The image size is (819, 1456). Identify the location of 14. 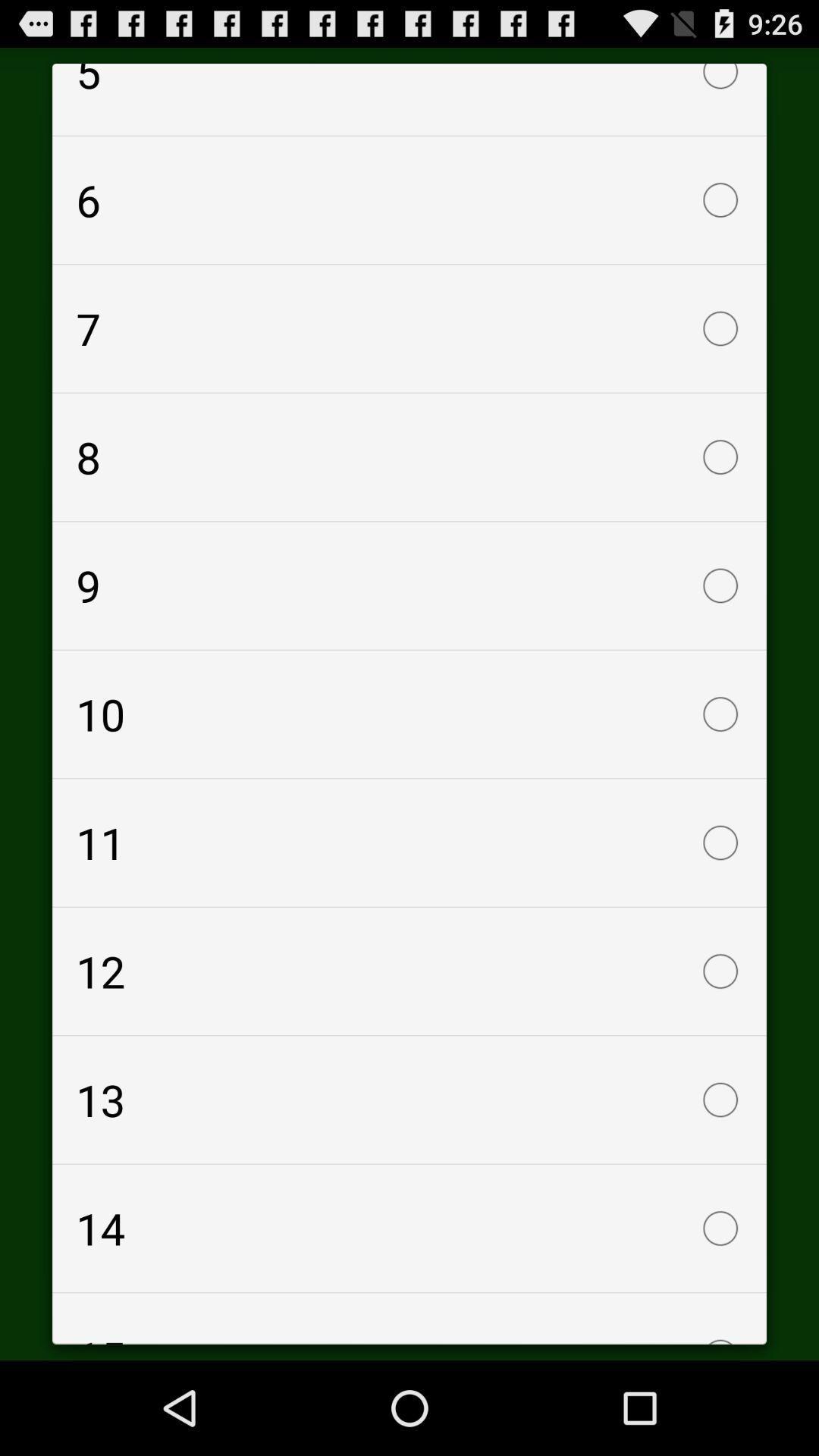
(409, 1228).